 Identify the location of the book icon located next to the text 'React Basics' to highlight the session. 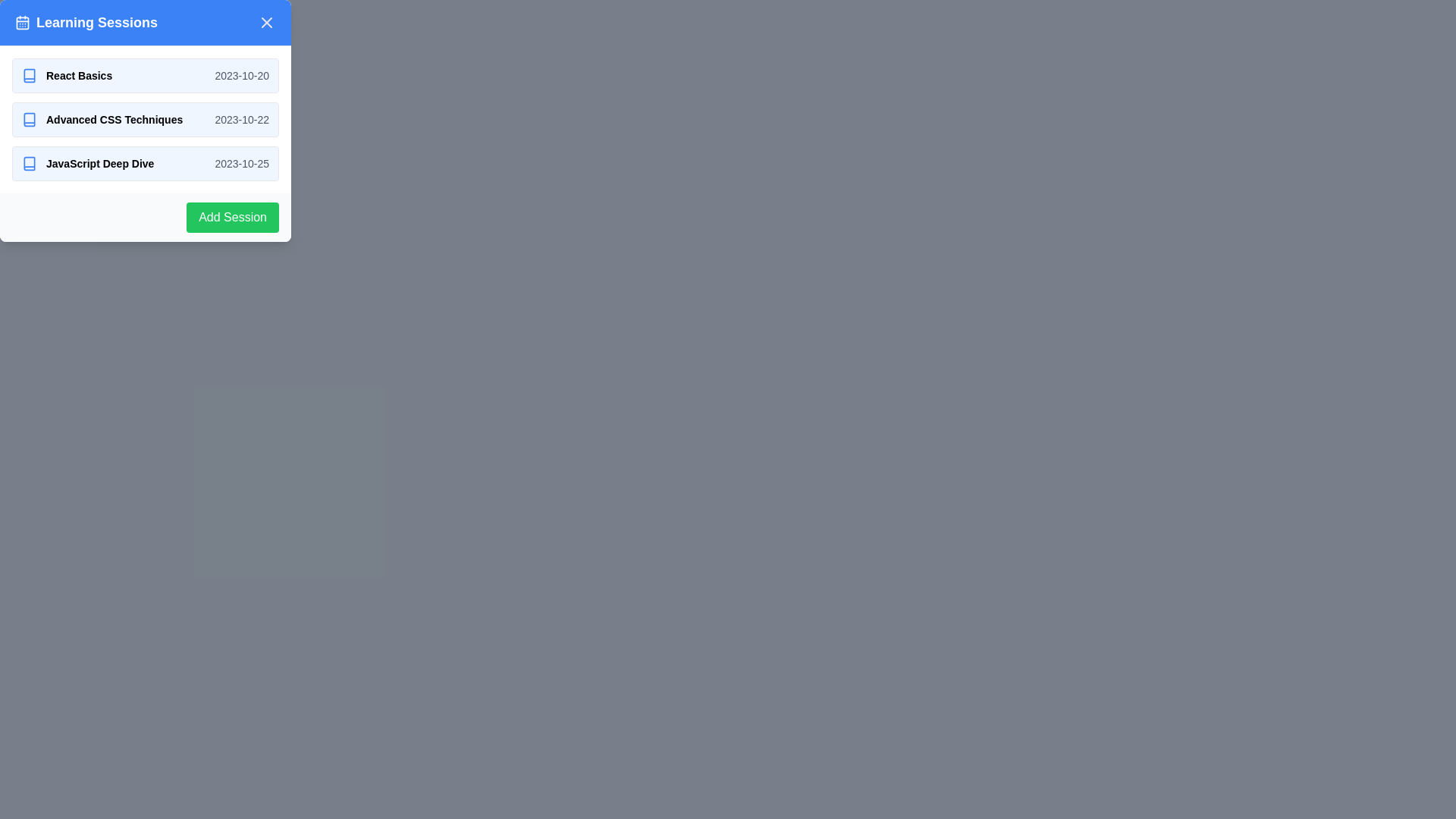
(29, 76).